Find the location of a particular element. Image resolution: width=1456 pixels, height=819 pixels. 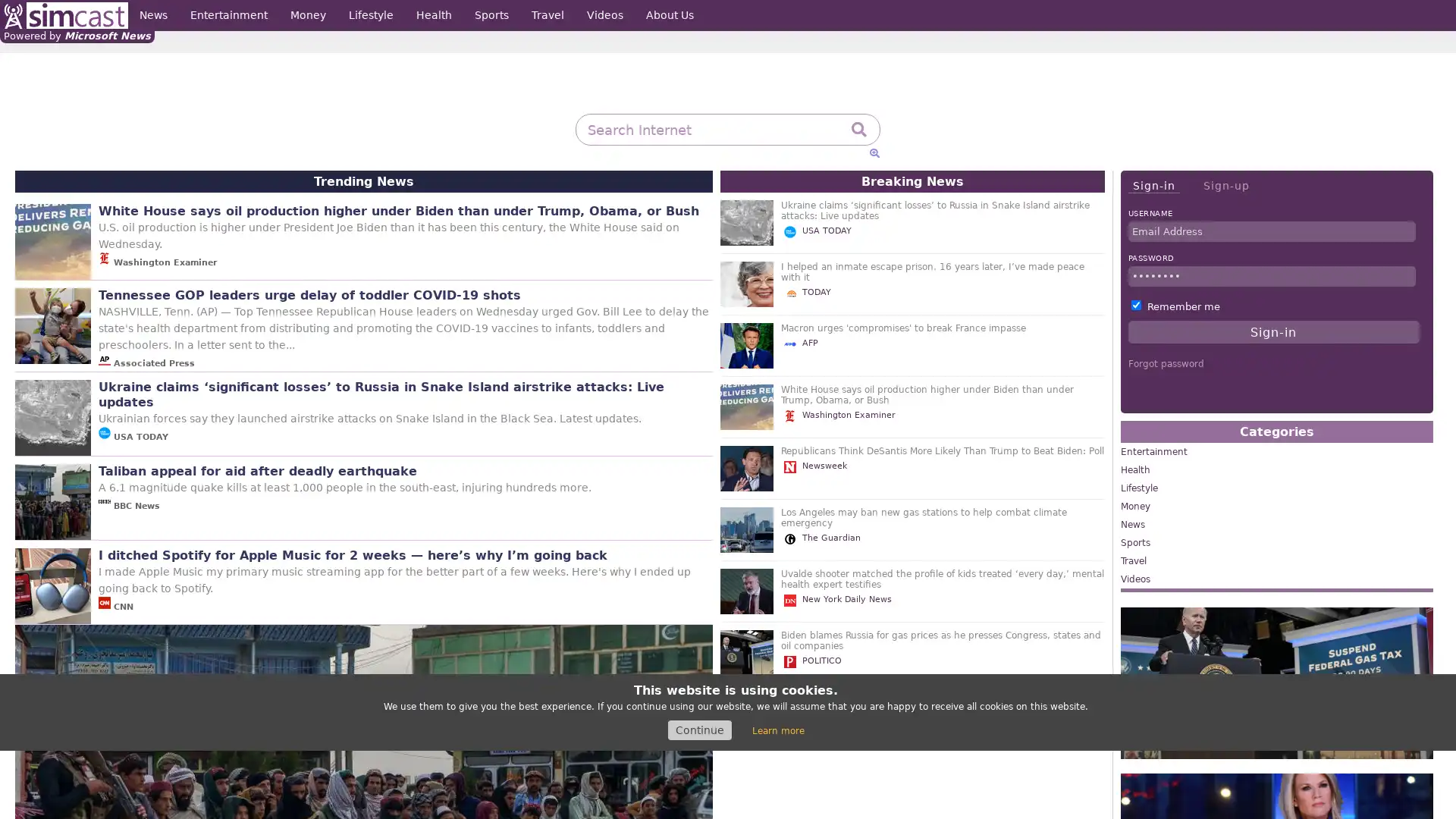

Continue is located at coordinates (698, 730).